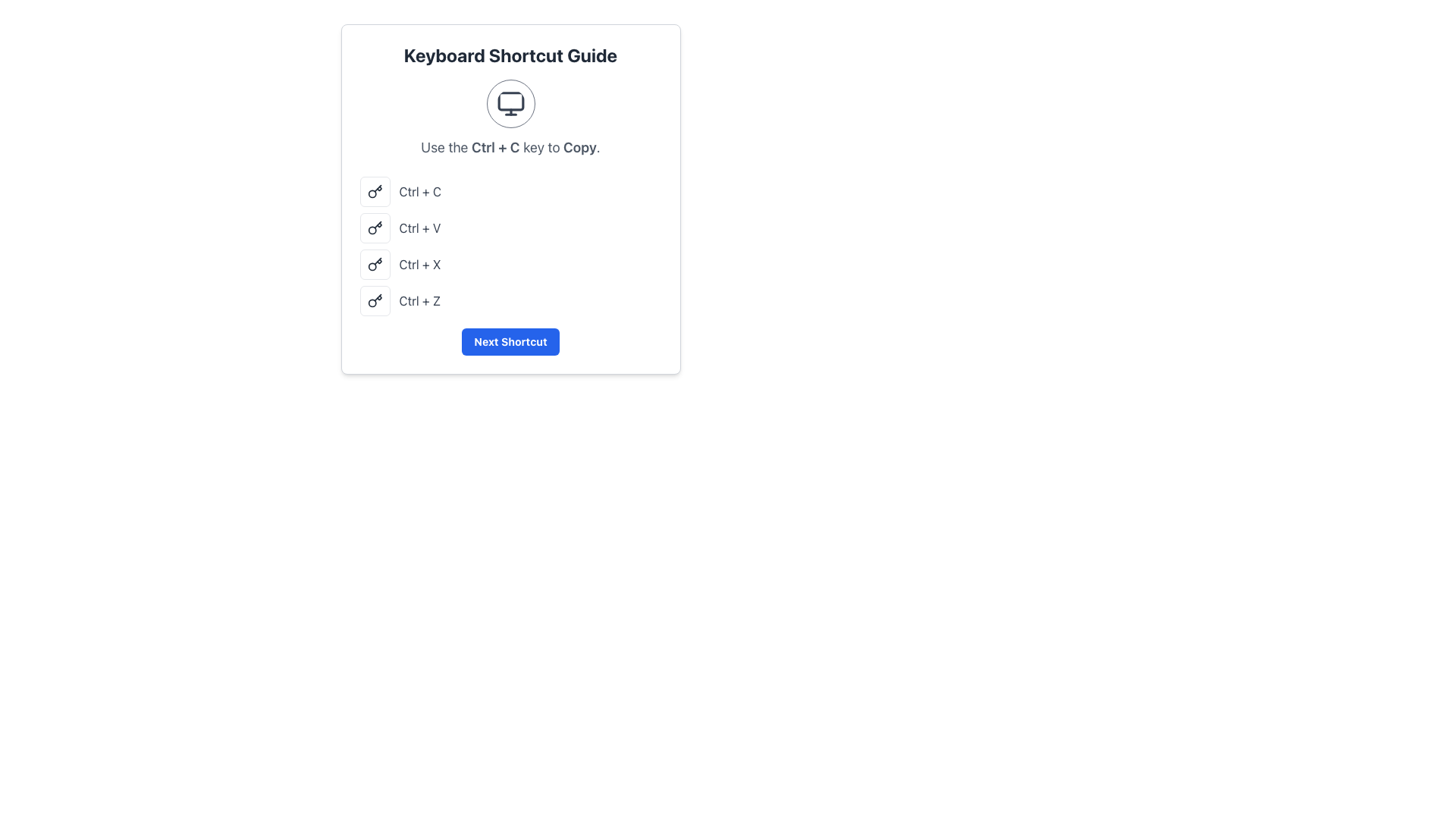 The height and width of the screenshot is (819, 1456). Describe the element at coordinates (510, 301) in the screenshot. I see `the Descriptive List Item displaying the keyboard shortcut 'Ctrl + Z', which represents the 'undo' action, located in the fourth row of keyboard shortcuts` at that location.